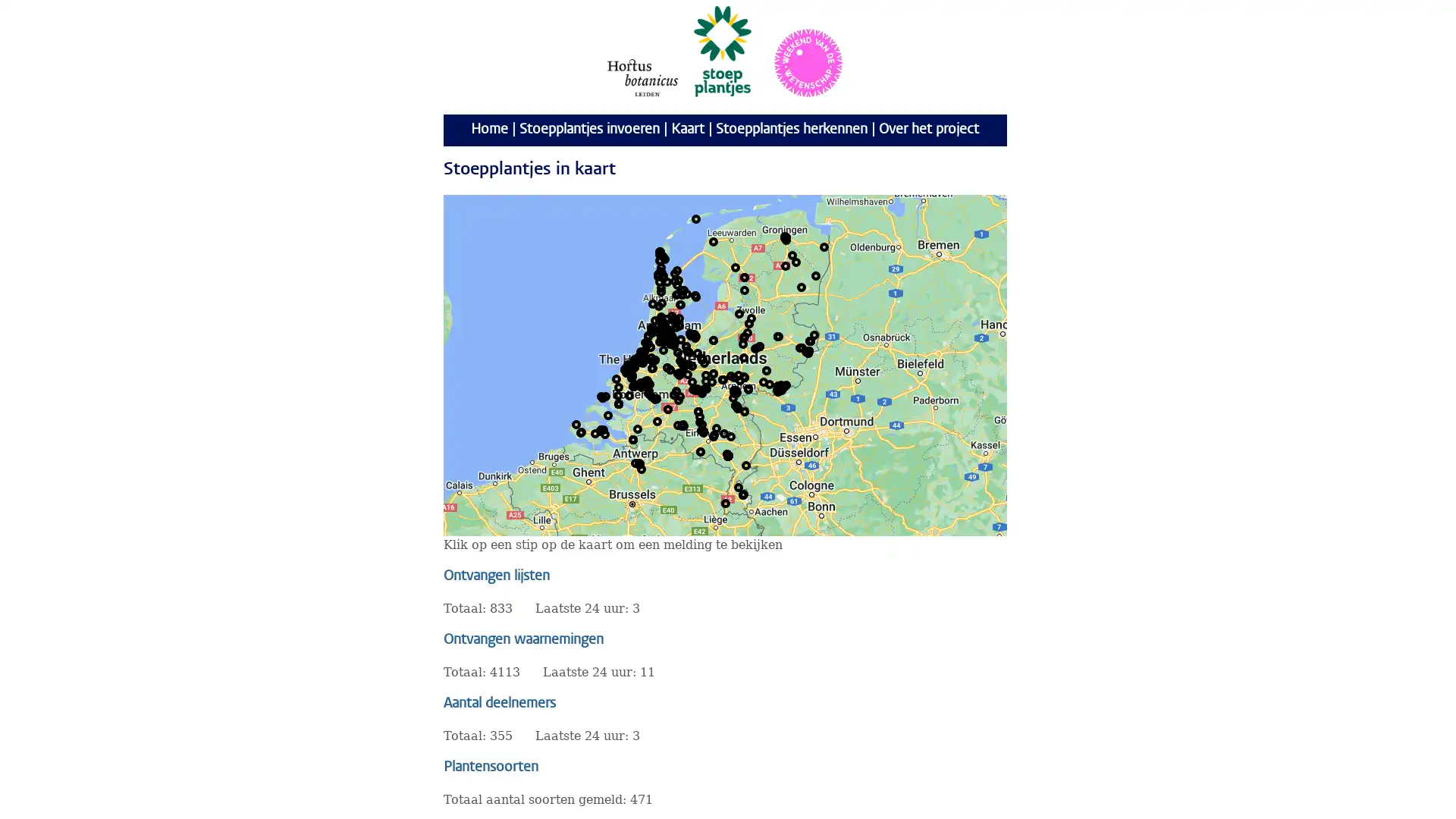 The height and width of the screenshot is (819, 1456). What do you see at coordinates (633, 385) in the screenshot?
I see `Telling van Ineke op 09 mei 2022` at bounding box center [633, 385].